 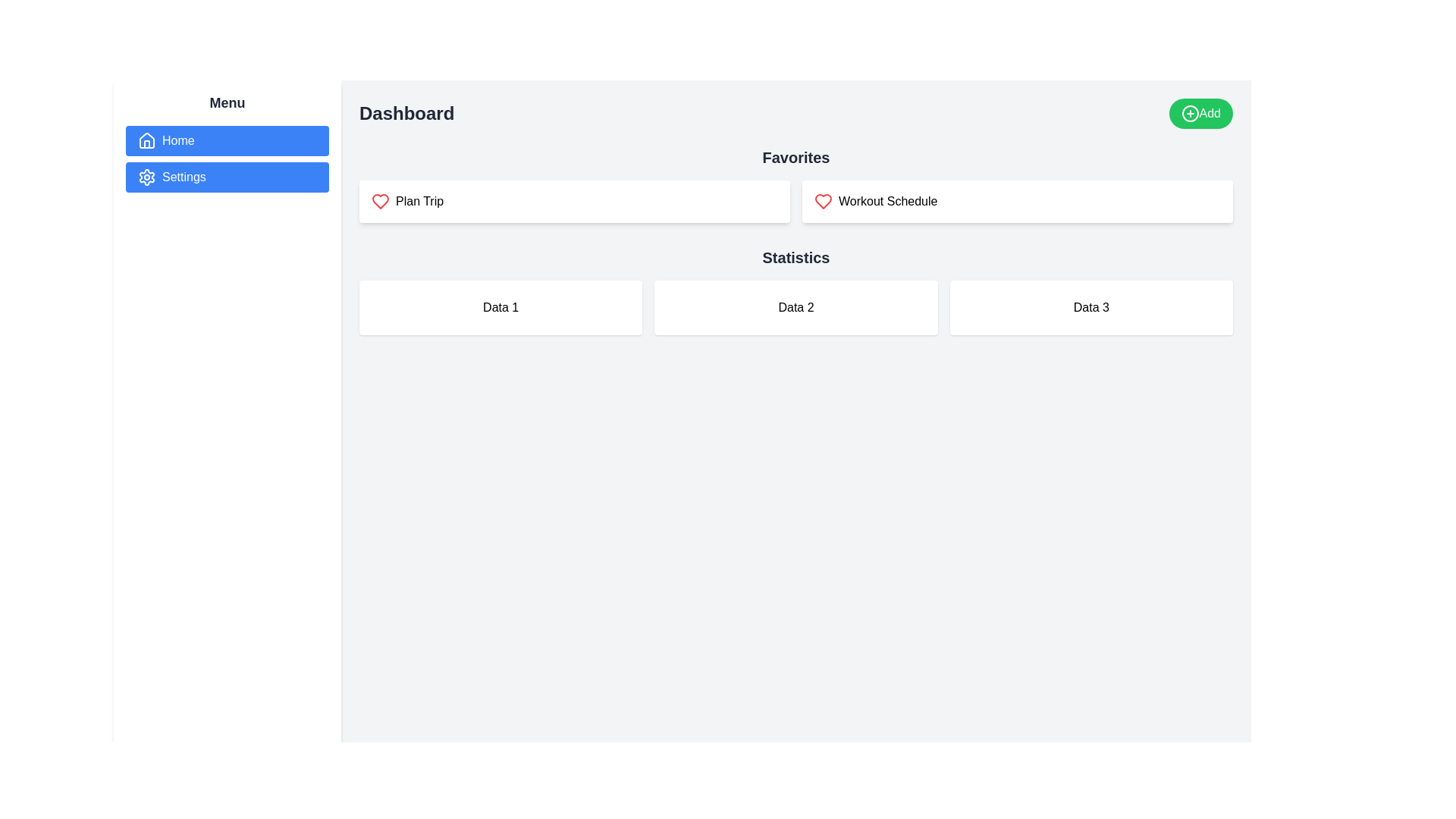 What do you see at coordinates (381, 201) in the screenshot?
I see `the heart icon located on the left side of the 'Plan Trip' item in the 'Favorites' section, which indicates a favorite or interest` at bounding box center [381, 201].